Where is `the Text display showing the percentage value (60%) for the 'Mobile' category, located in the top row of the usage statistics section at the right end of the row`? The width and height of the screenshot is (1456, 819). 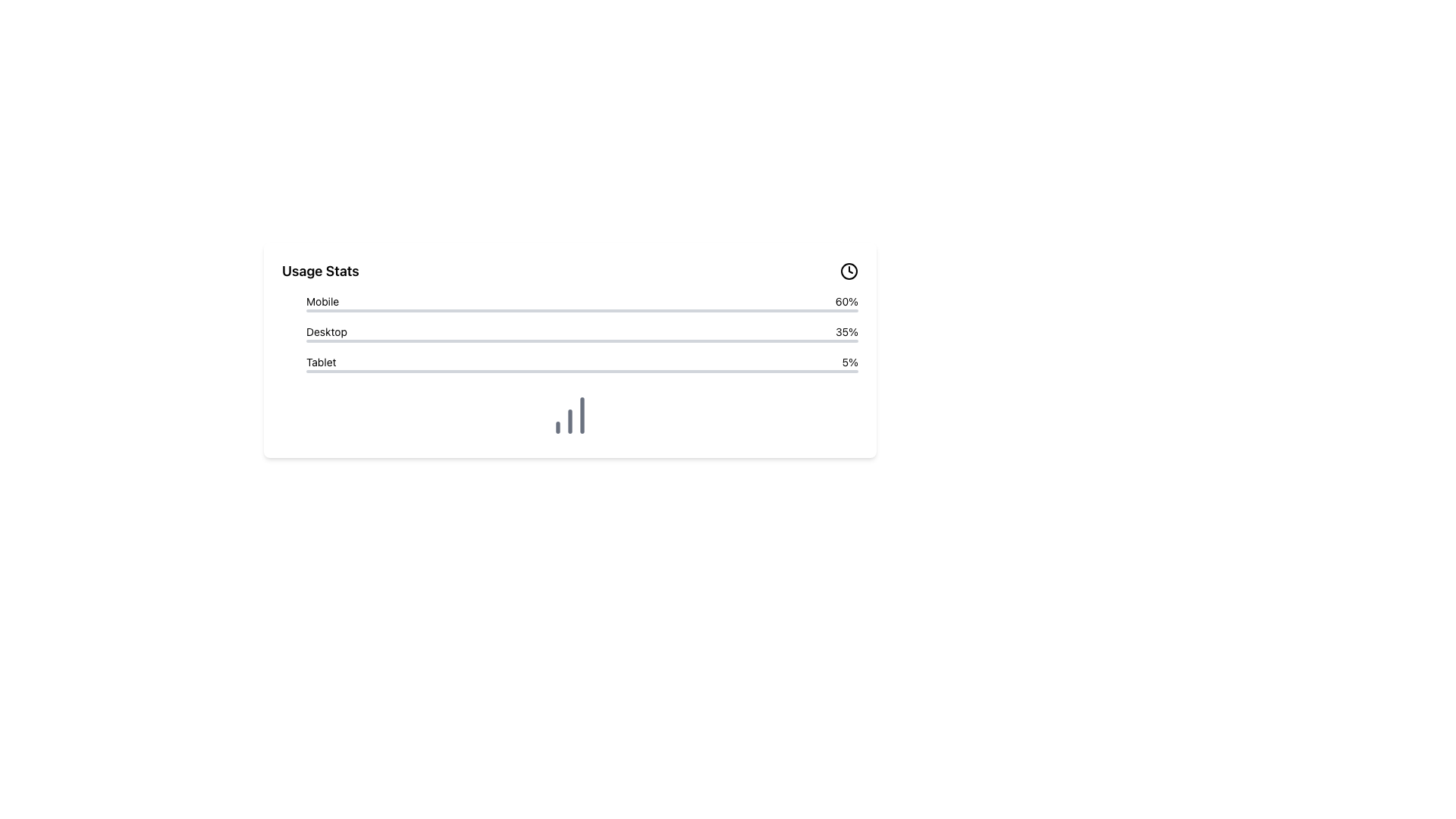
the Text display showing the percentage value (60%) for the 'Mobile' category, located in the top row of the usage statistics section at the right end of the row is located at coordinates (846, 301).